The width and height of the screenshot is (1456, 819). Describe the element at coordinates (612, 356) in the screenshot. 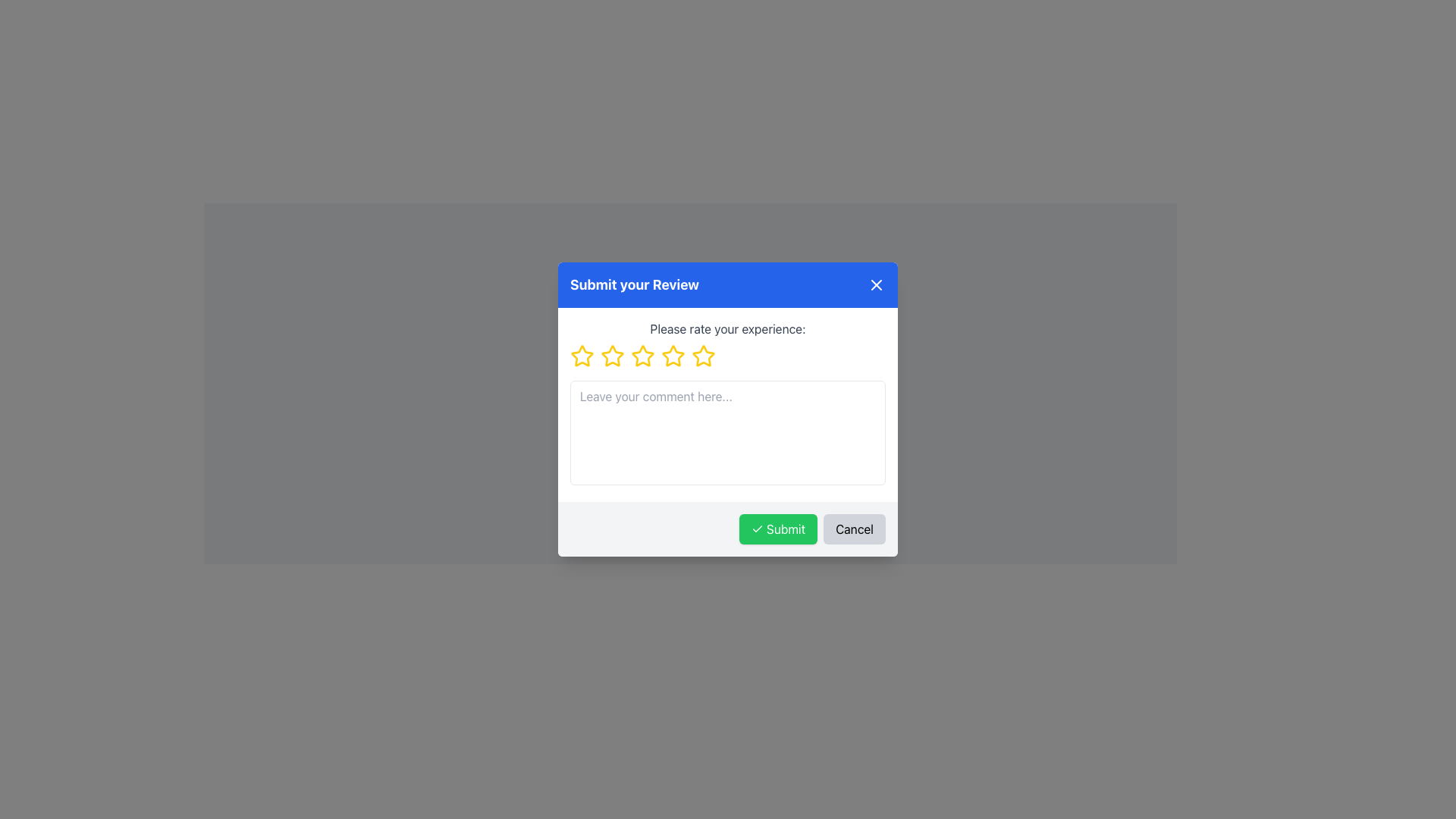

I see `the third star icon in the rating row` at that location.